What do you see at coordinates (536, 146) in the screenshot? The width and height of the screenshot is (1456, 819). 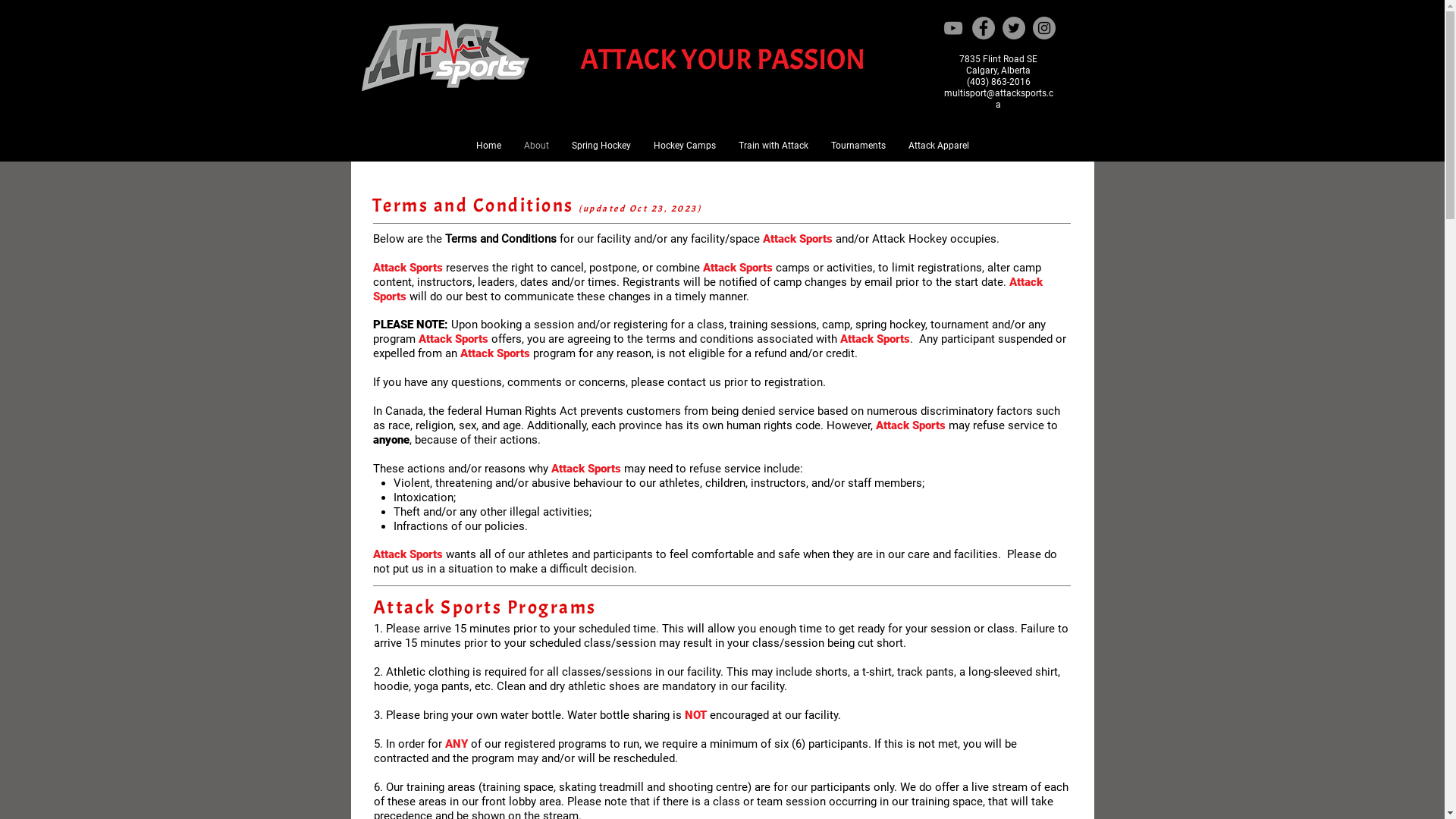 I see `'About'` at bounding box center [536, 146].